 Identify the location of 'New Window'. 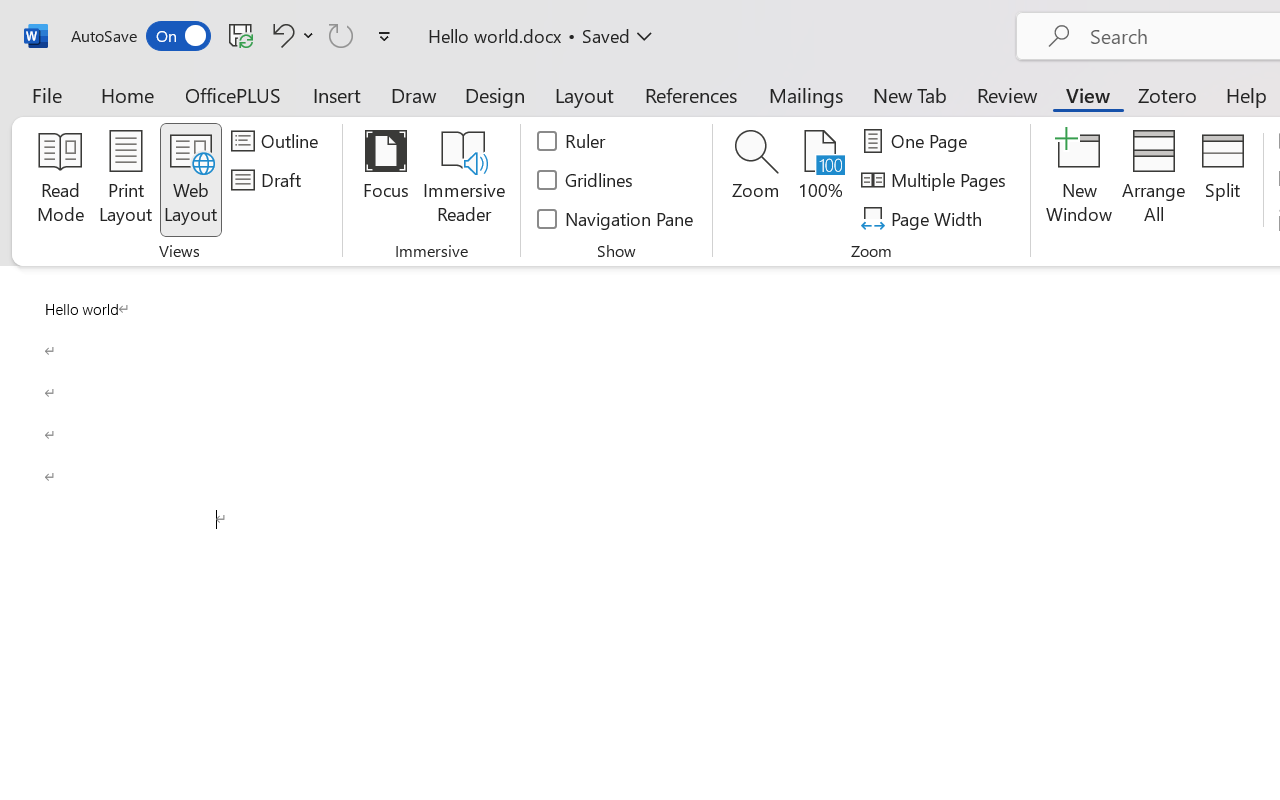
(1078, 179).